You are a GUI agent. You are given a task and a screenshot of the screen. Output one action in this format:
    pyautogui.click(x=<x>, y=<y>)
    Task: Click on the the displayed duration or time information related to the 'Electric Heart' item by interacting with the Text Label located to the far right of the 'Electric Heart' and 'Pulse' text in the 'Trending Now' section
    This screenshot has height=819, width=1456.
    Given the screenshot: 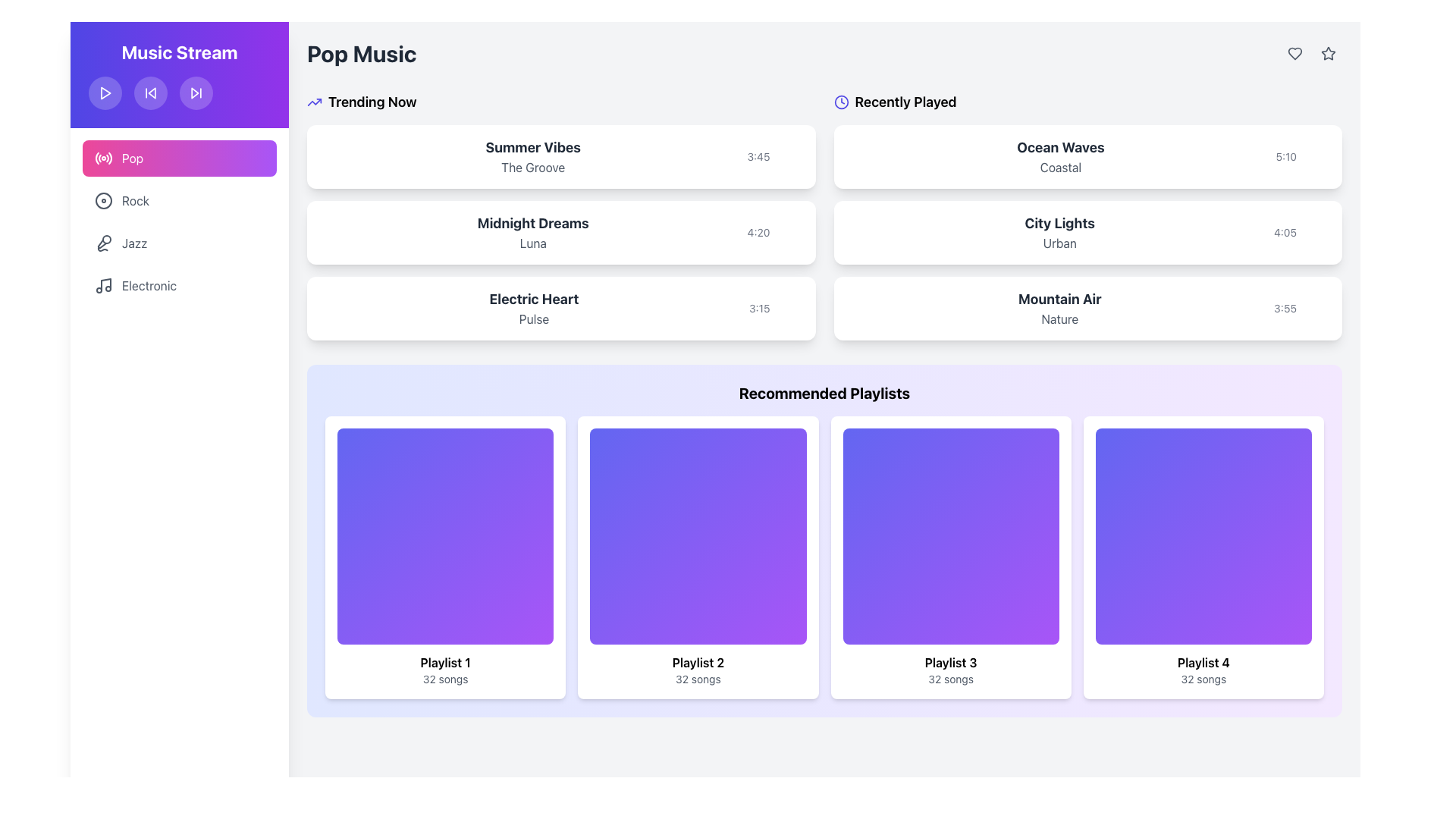 What is the action you would take?
    pyautogui.click(x=776, y=308)
    